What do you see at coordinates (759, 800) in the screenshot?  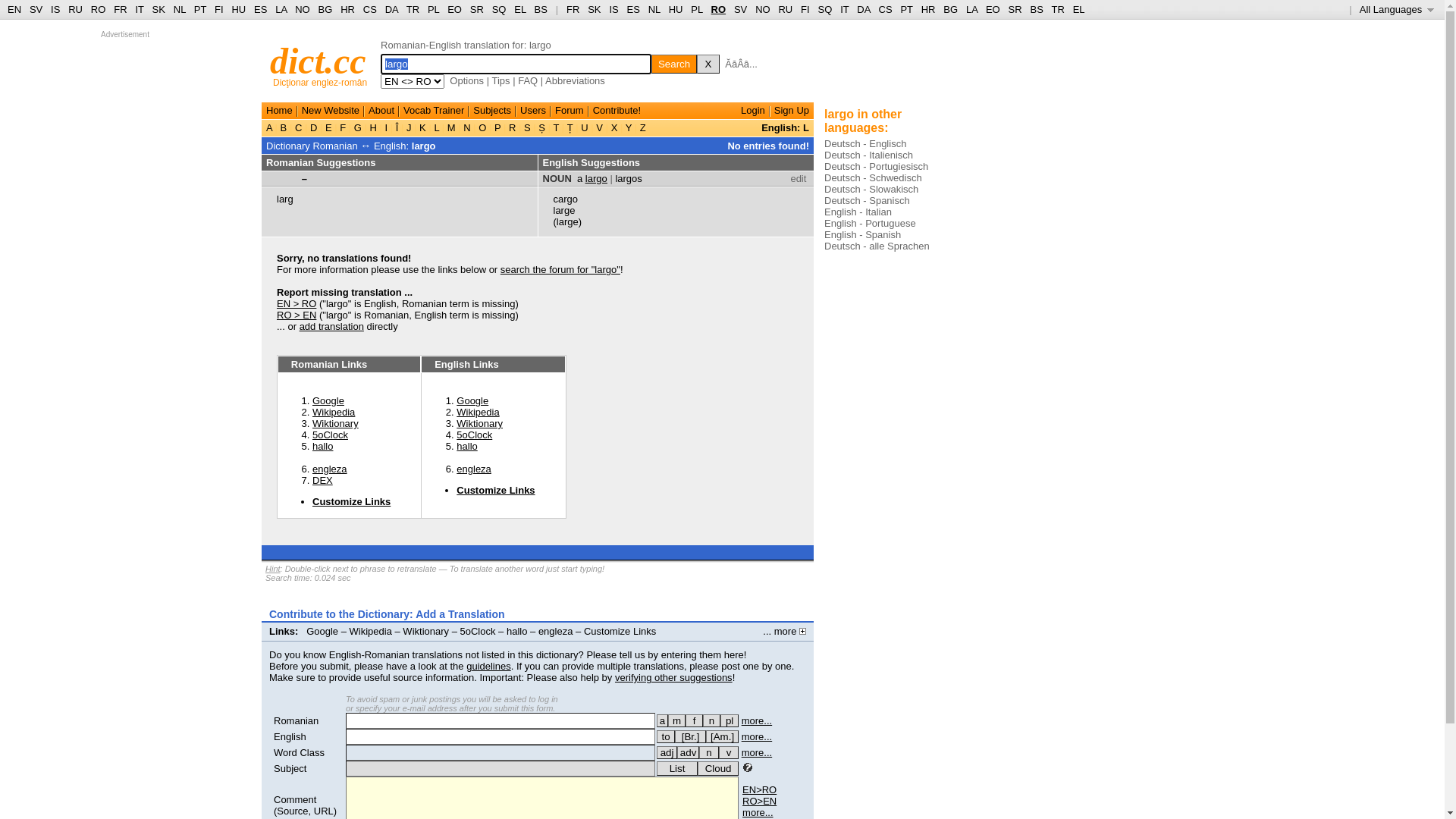 I see `'RO>EN'` at bounding box center [759, 800].